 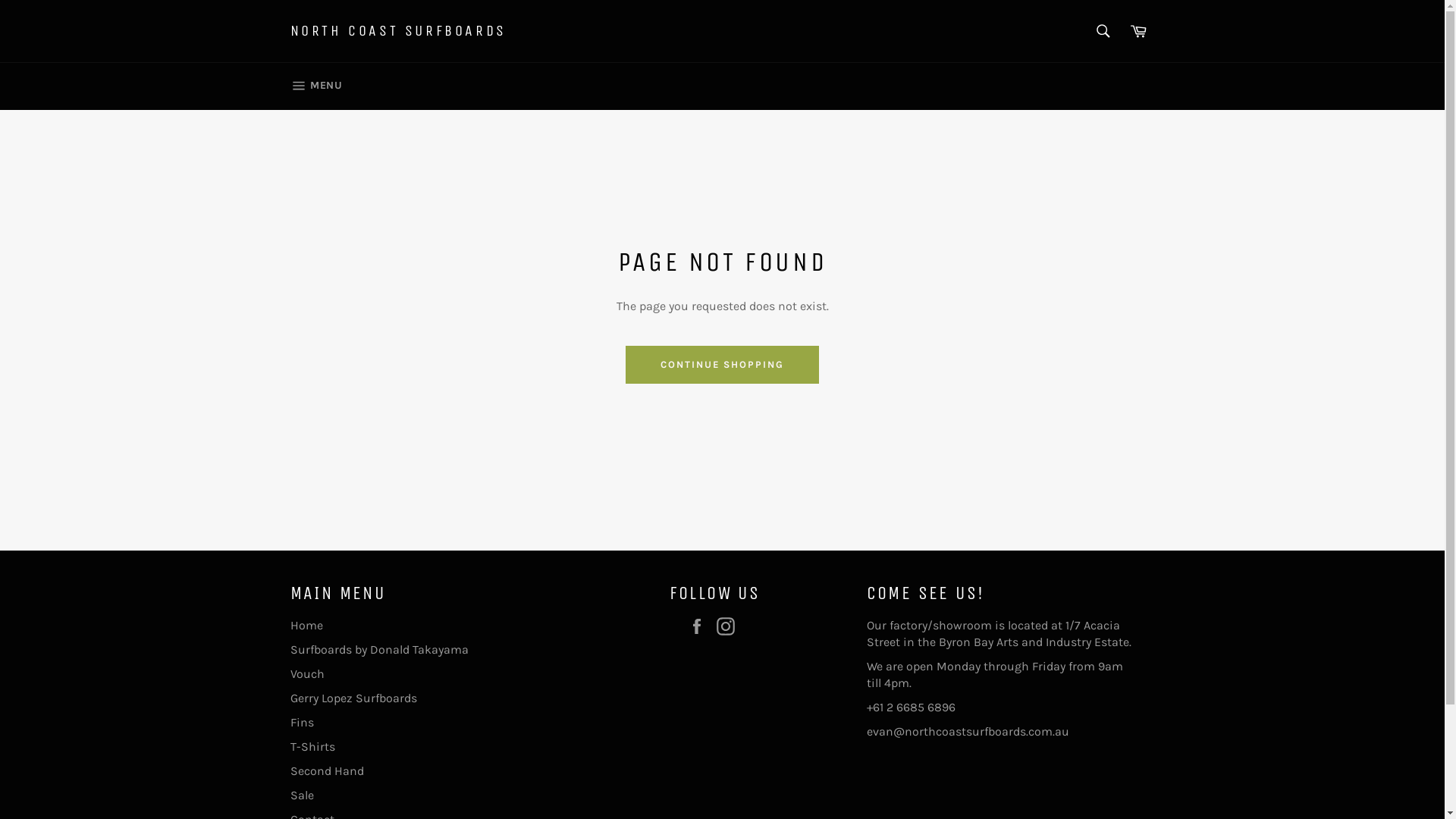 What do you see at coordinates (311, 745) in the screenshot?
I see `'T-Shirts'` at bounding box center [311, 745].